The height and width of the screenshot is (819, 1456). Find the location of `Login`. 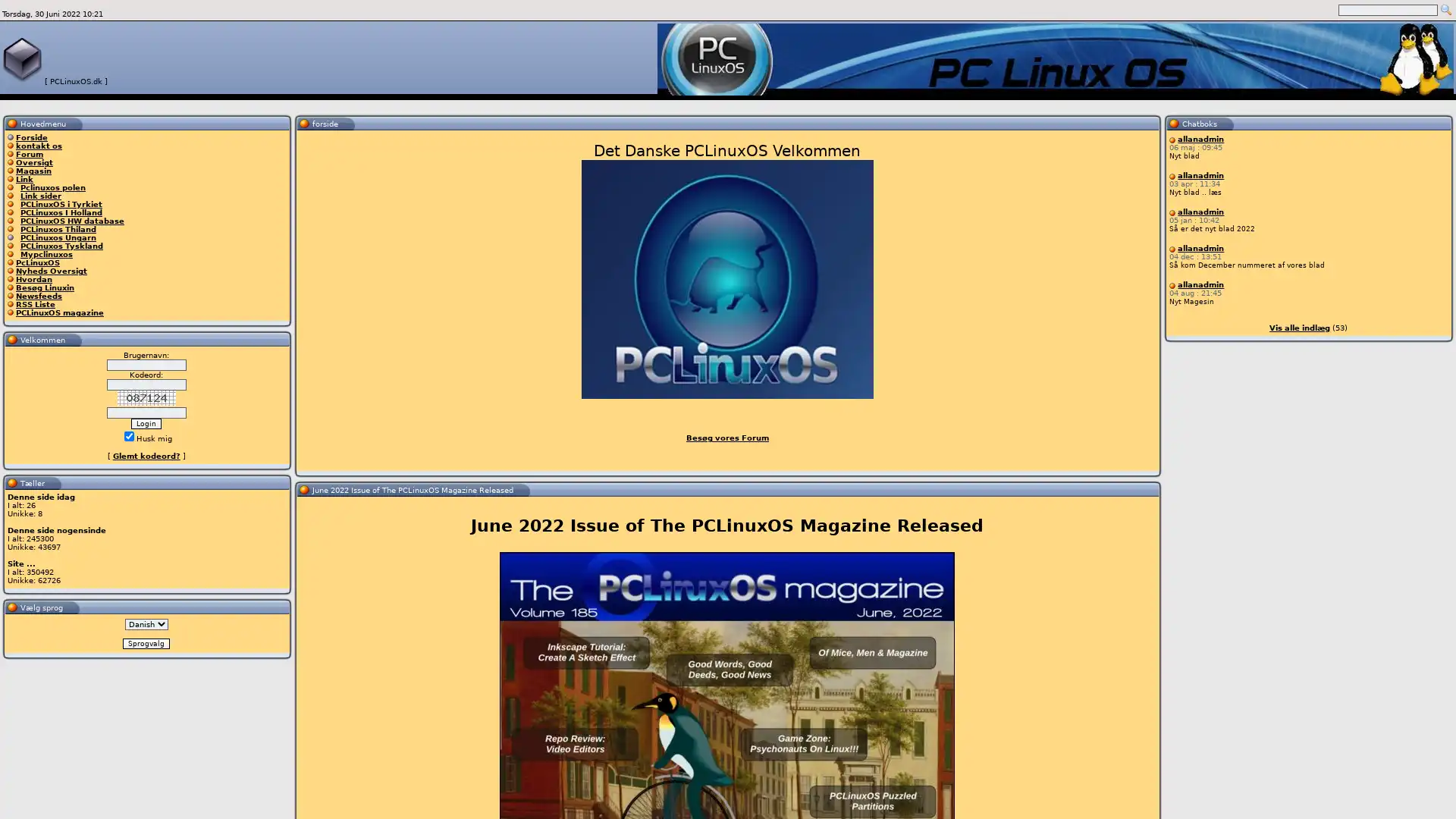

Login is located at coordinates (146, 424).